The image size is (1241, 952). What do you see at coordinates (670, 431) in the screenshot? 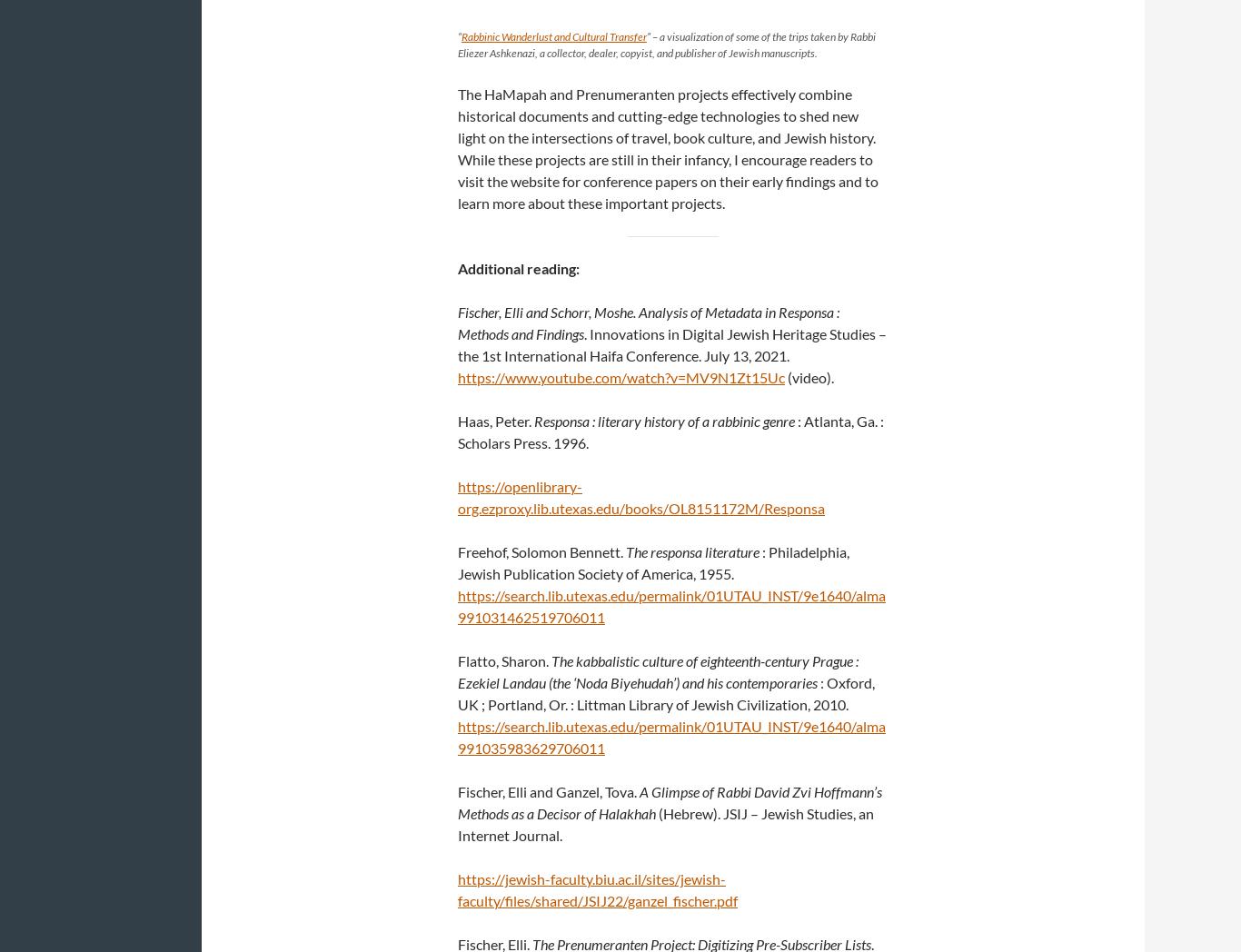
I see `': Atlanta, Ga. : Scholars Press. 1996.'` at bounding box center [670, 431].